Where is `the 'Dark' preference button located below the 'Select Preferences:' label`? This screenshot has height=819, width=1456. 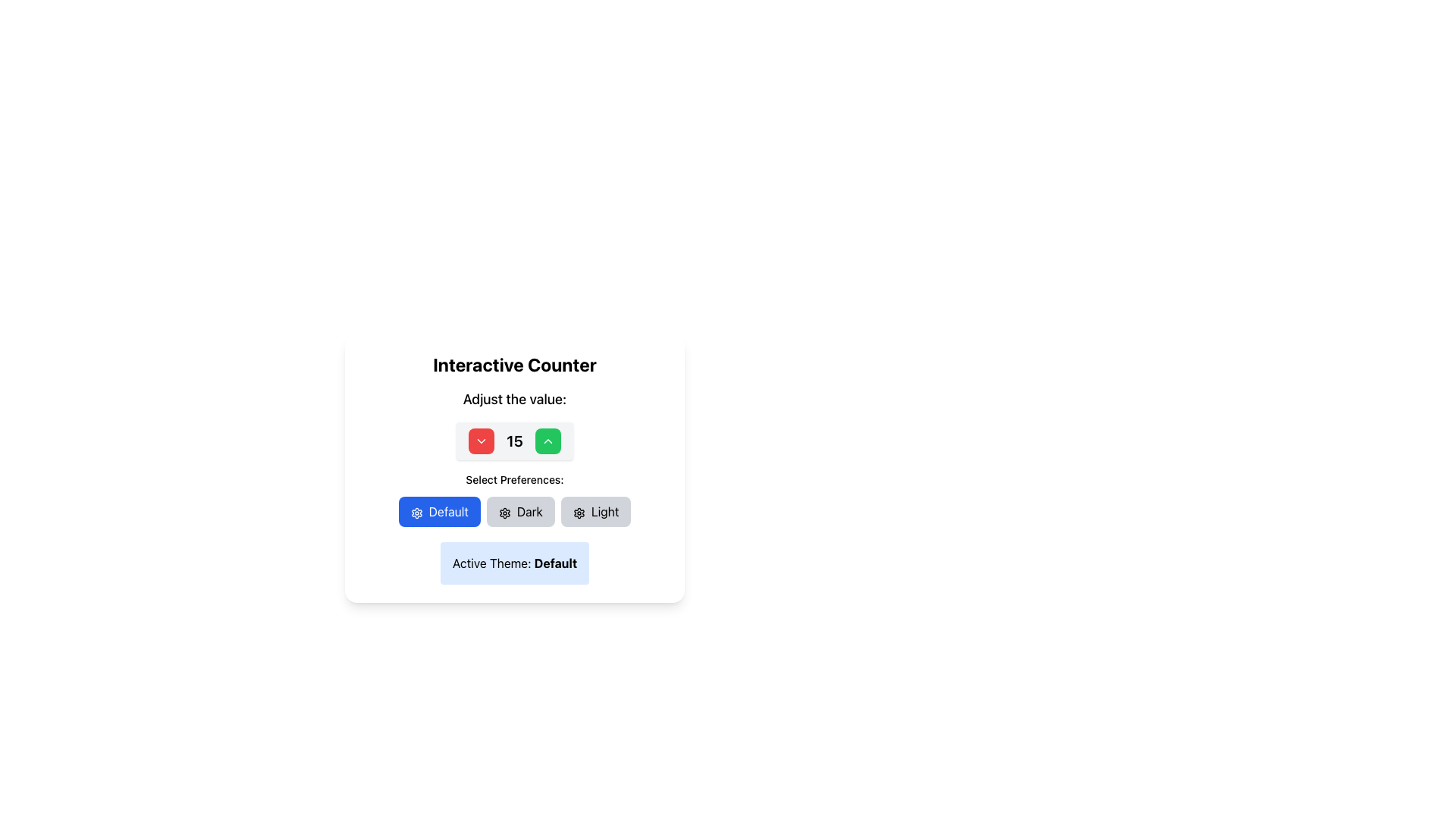
the 'Dark' preference button located below the 'Select Preferences:' label is located at coordinates (514, 512).